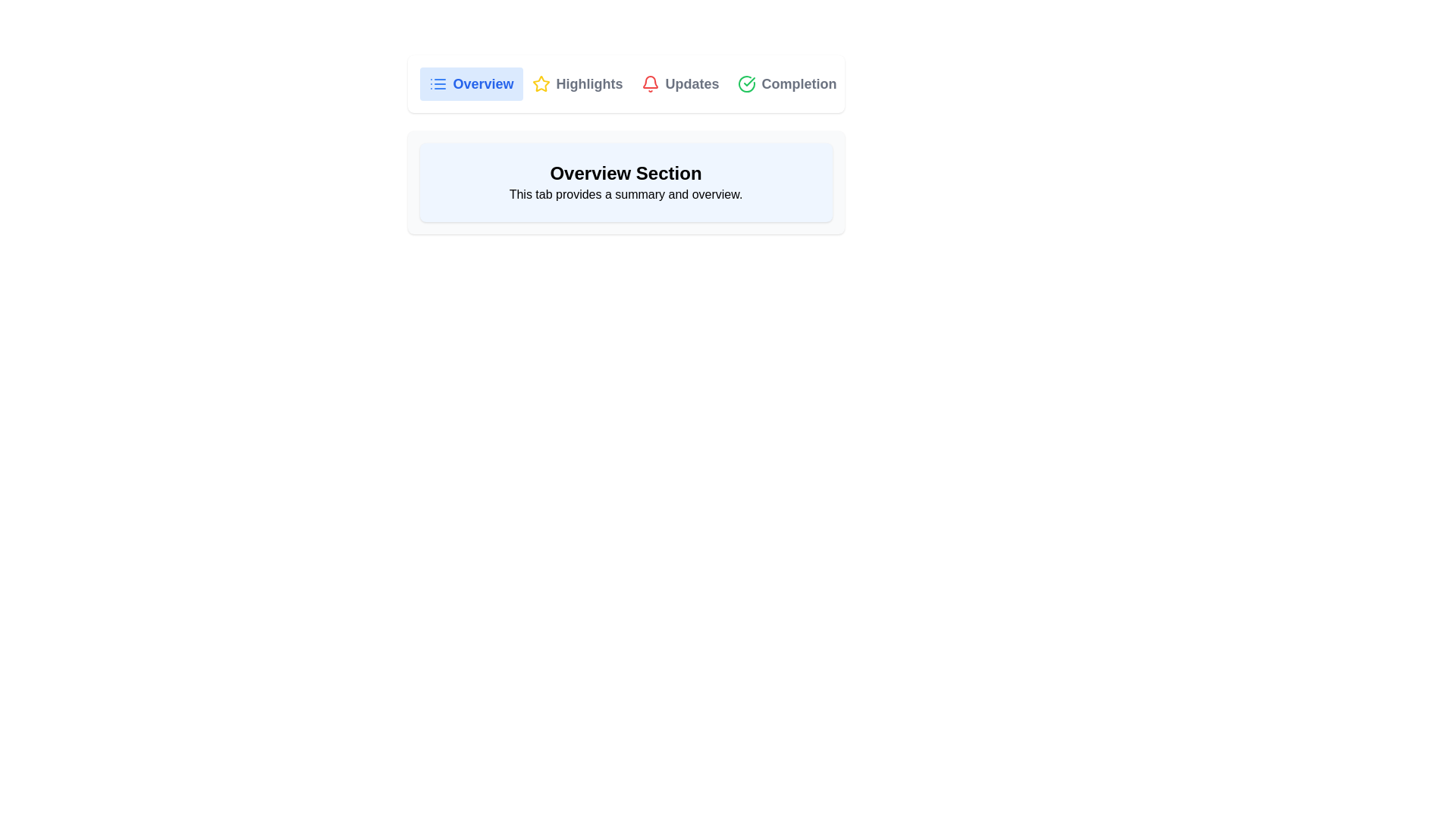 The width and height of the screenshot is (1456, 819). I want to click on the green checkmark icon within a circular boundary located at the upper right section of the interface, so click(749, 82).